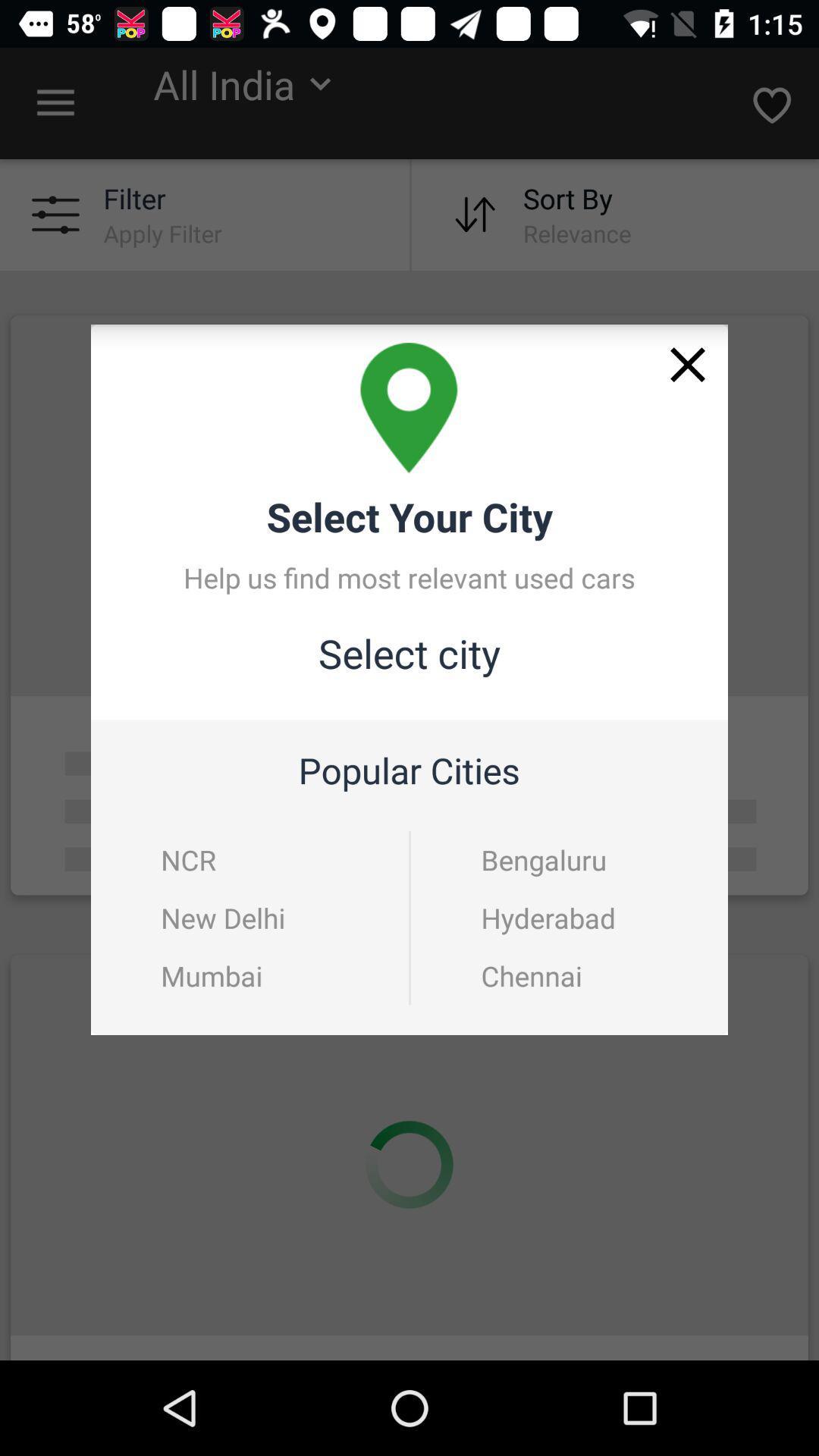 The image size is (819, 1456). Describe the element at coordinates (187, 859) in the screenshot. I see `the item above new delhi icon` at that location.